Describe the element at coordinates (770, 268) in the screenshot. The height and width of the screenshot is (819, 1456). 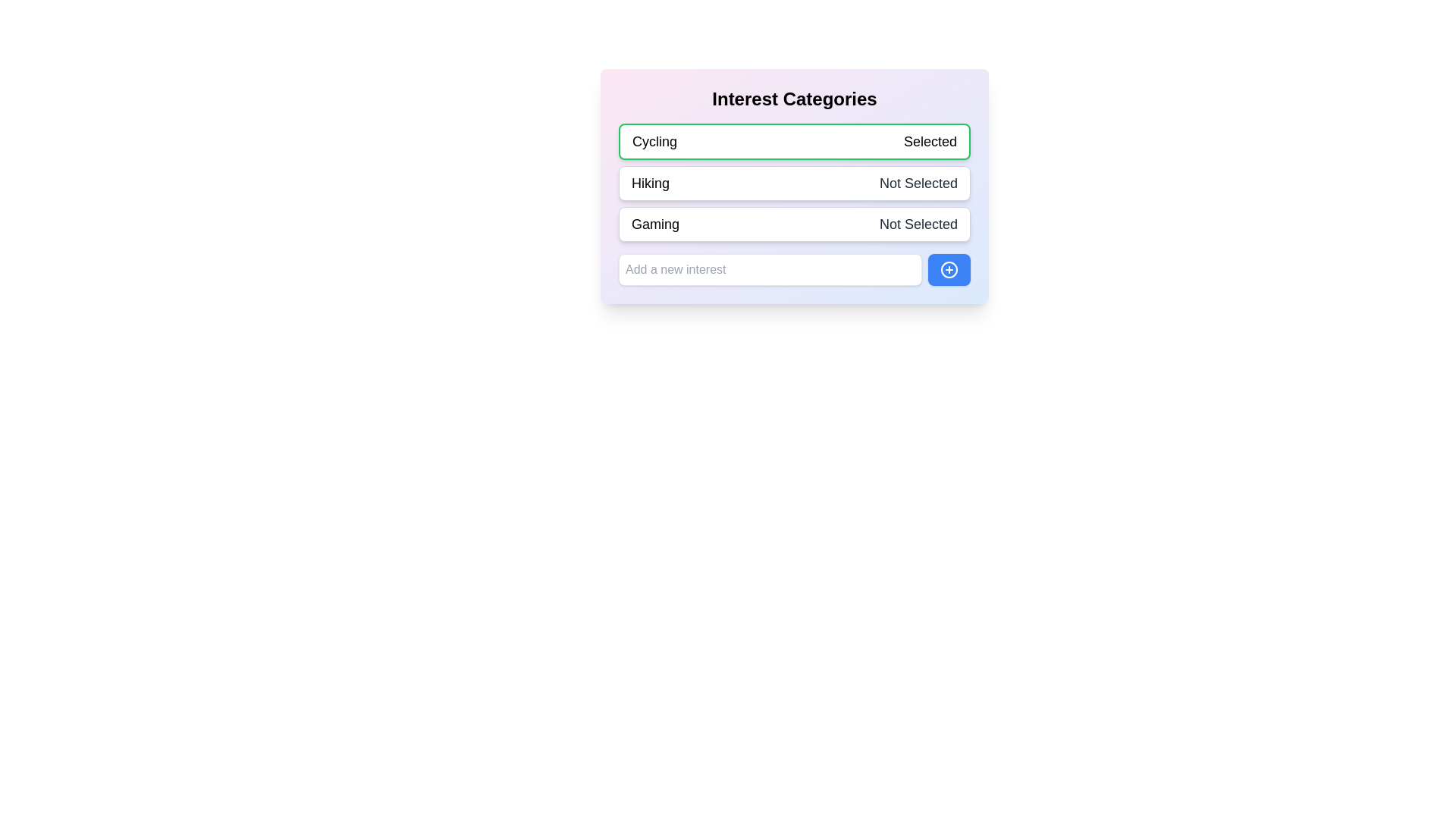
I see `the input field and type the desired text` at that location.